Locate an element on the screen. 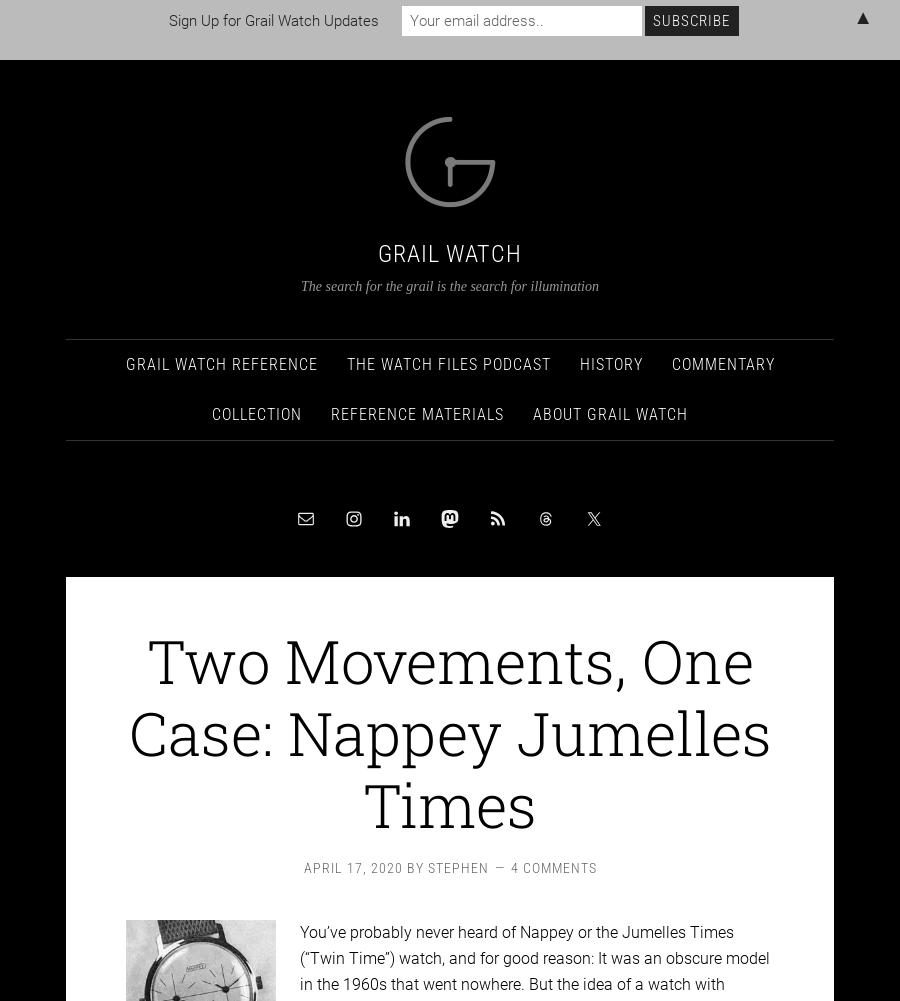 The image size is (900, 1001). 'History' is located at coordinates (610, 346).